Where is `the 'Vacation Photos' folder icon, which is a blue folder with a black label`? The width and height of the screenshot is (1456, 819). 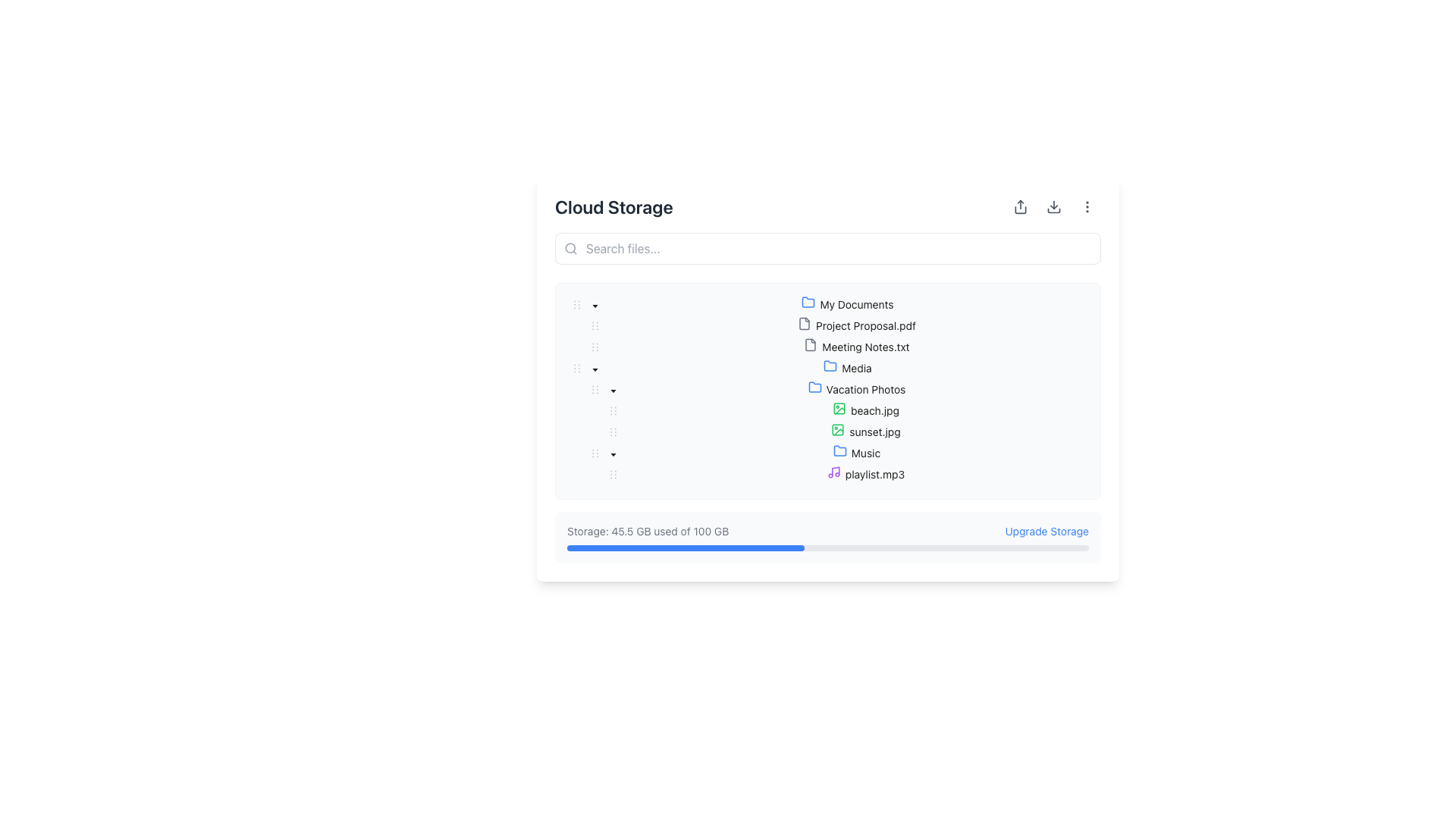
the 'Vacation Photos' folder icon, which is a blue folder with a black label is located at coordinates (827, 388).